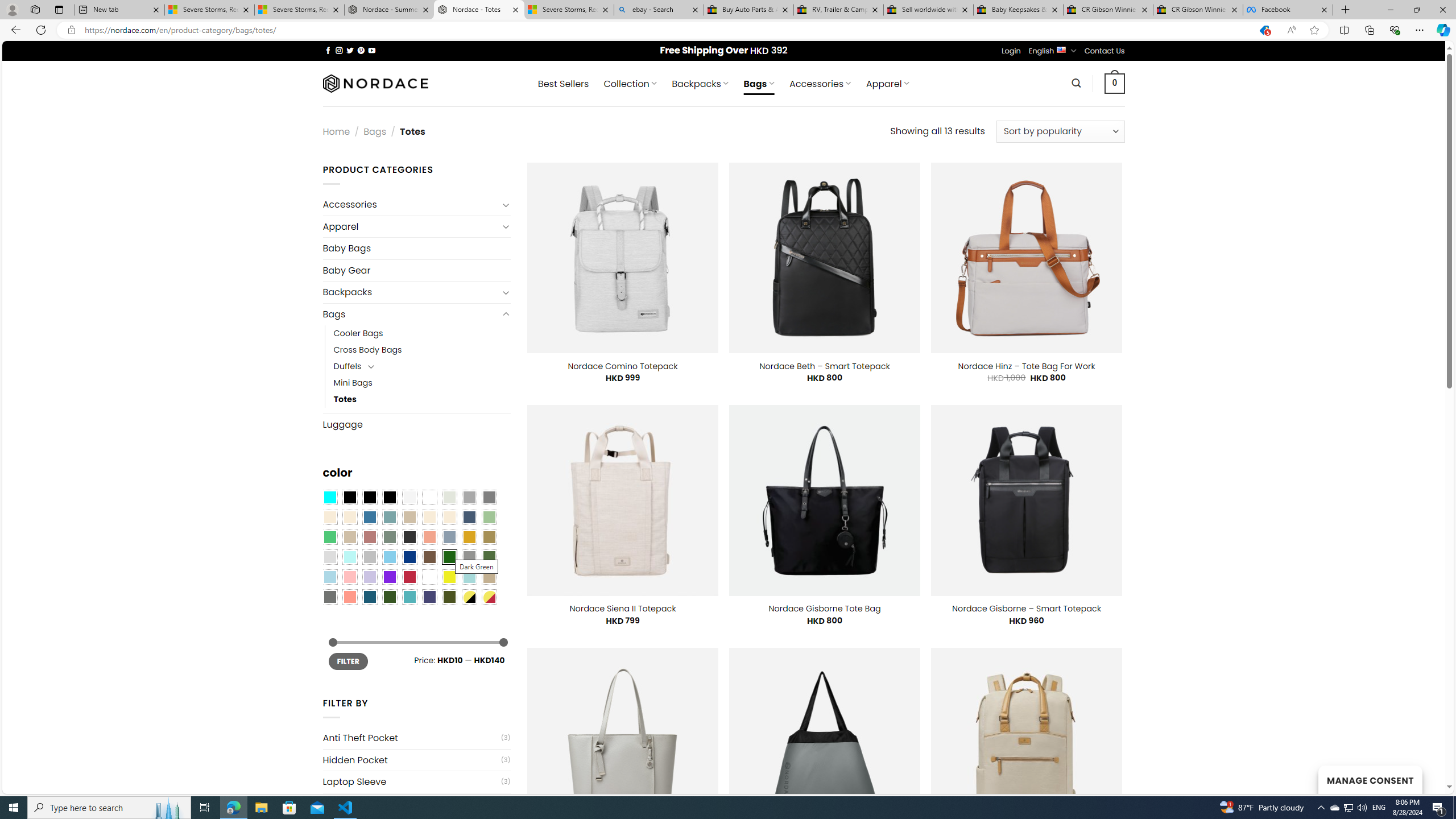  Describe the element at coordinates (449, 497) in the screenshot. I see `'Ash Gray'` at that location.